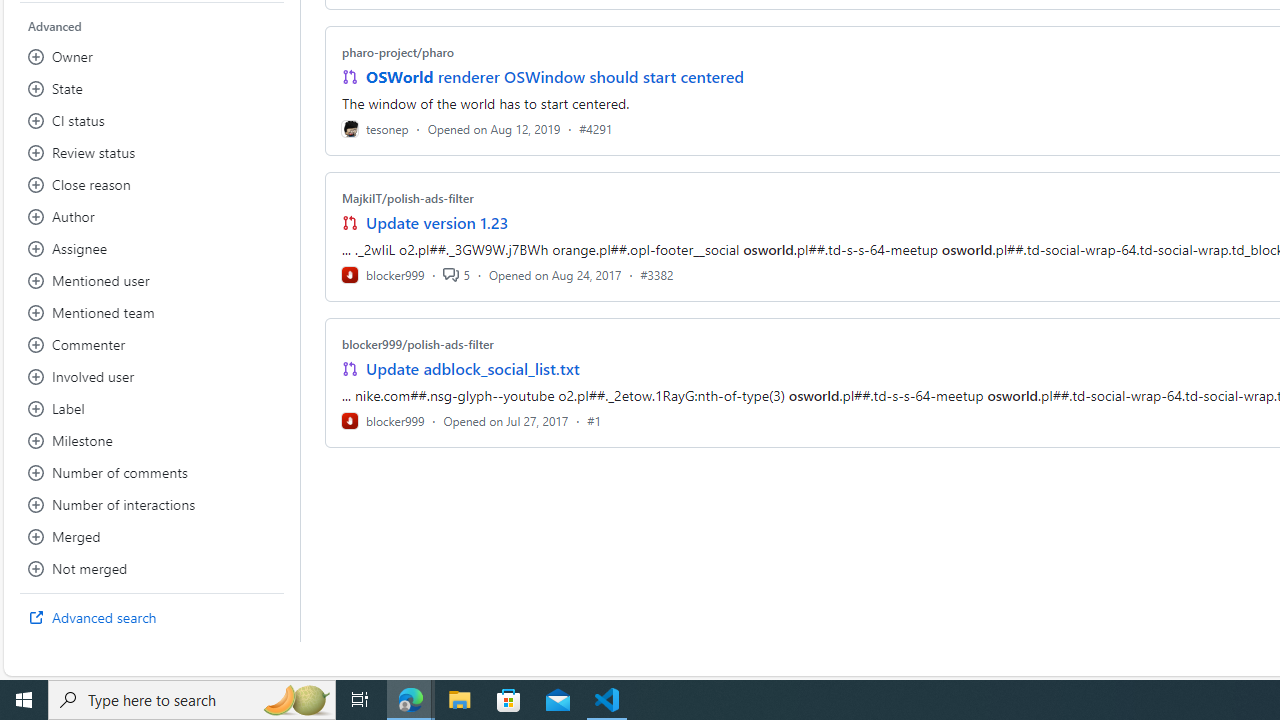 This screenshot has height=720, width=1280. What do you see at coordinates (151, 617) in the screenshot?
I see `'Advanced search'` at bounding box center [151, 617].